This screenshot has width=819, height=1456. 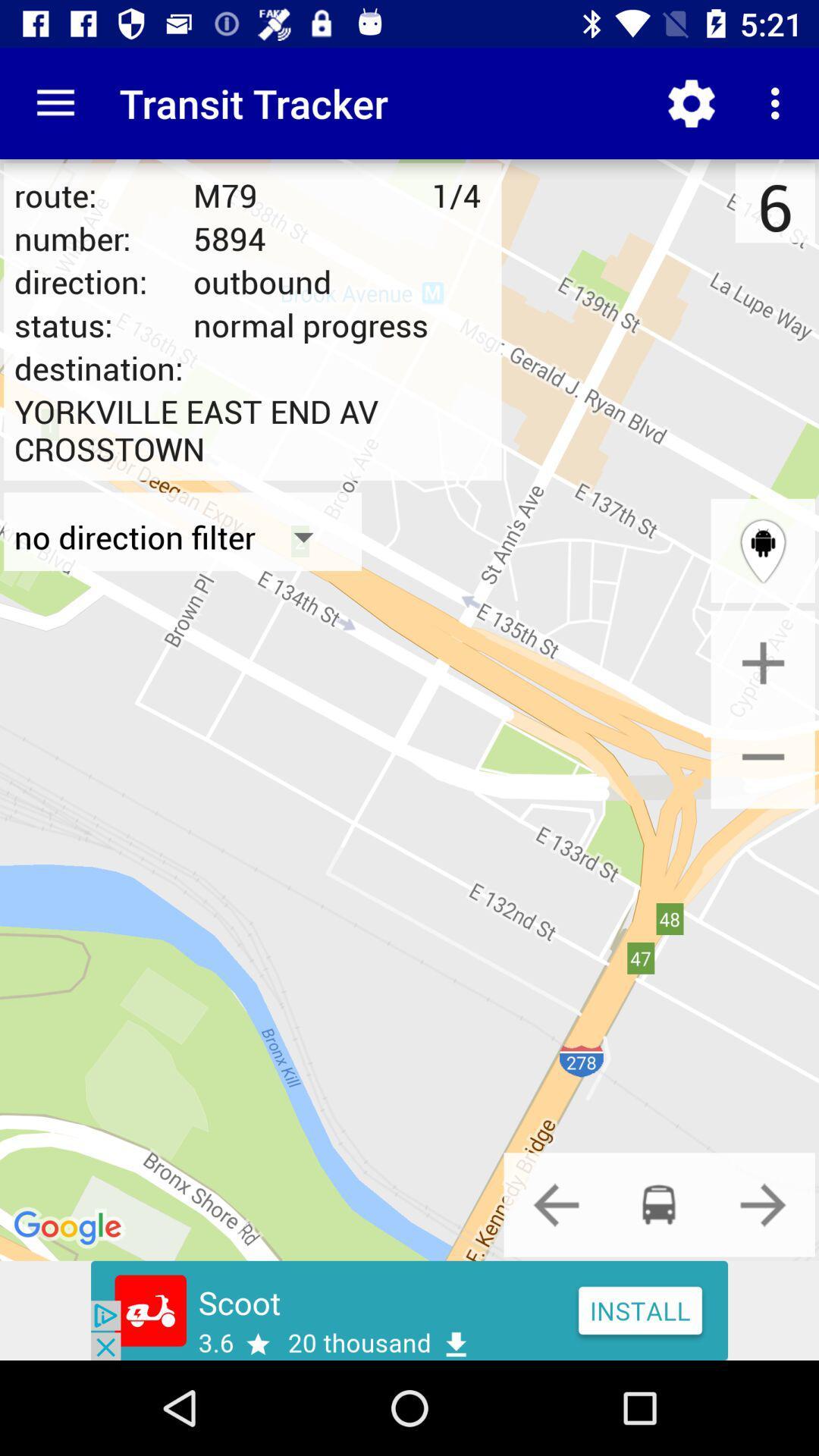 What do you see at coordinates (409, 1310) in the screenshot?
I see `open advertisement` at bounding box center [409, 1310].